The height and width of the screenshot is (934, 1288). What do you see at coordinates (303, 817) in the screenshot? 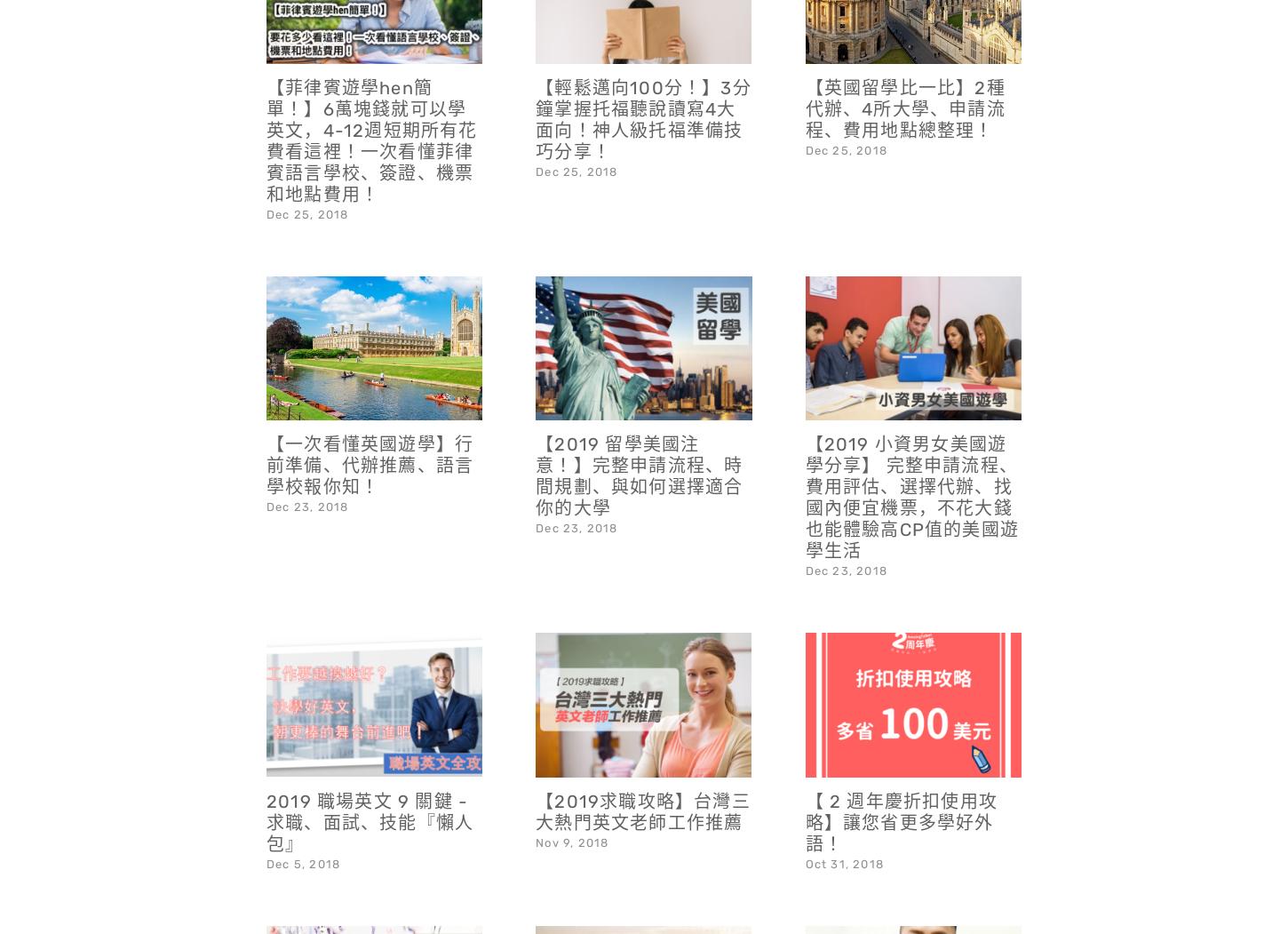
I see `'Dec 5, 2018'` at bounding box center [303, 817].